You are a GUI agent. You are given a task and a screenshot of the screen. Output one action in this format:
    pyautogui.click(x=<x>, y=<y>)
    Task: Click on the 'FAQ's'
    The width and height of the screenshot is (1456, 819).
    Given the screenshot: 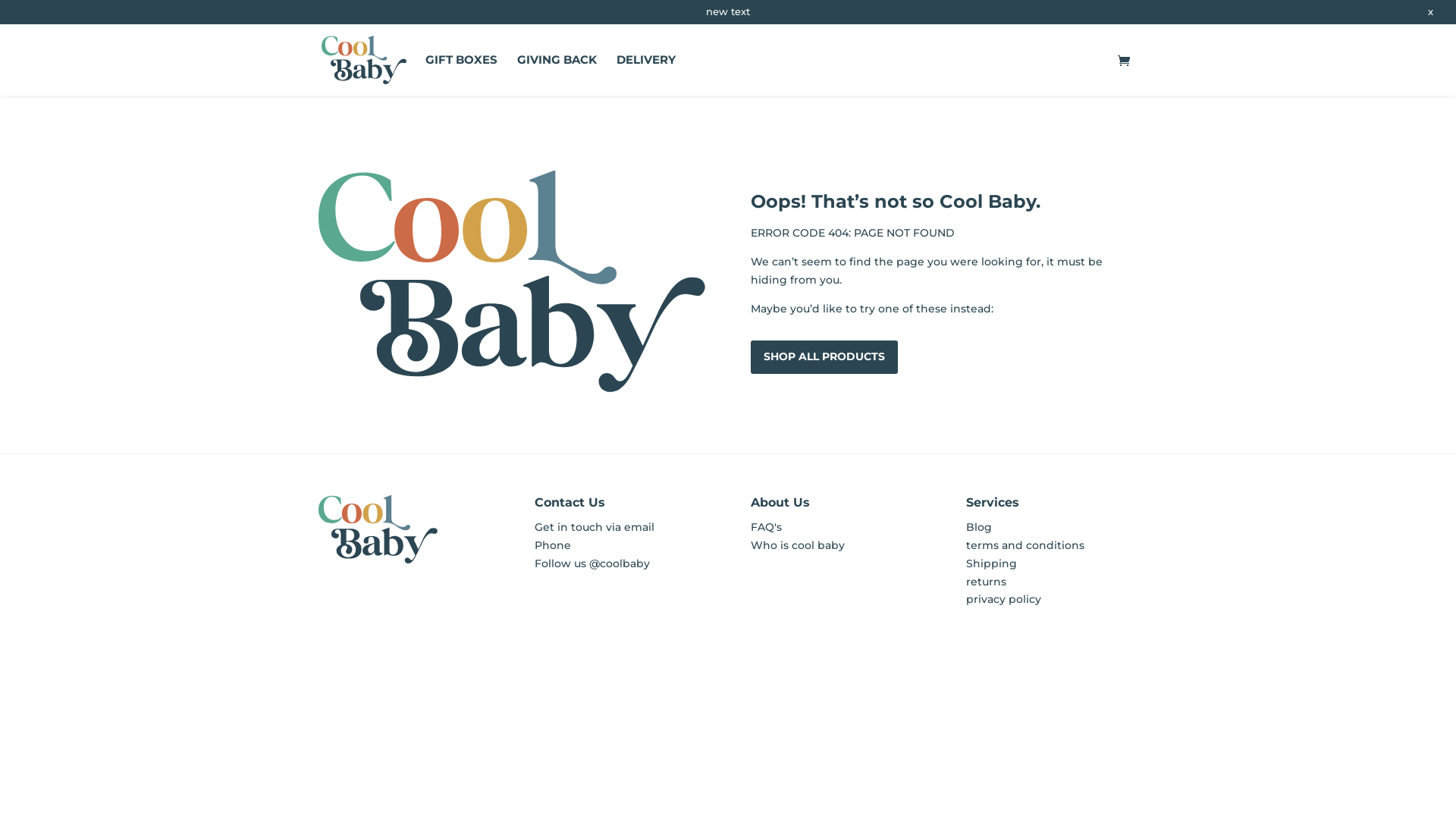 What is the action you would take?
    pyautogui.click(x=766, y=526)
    